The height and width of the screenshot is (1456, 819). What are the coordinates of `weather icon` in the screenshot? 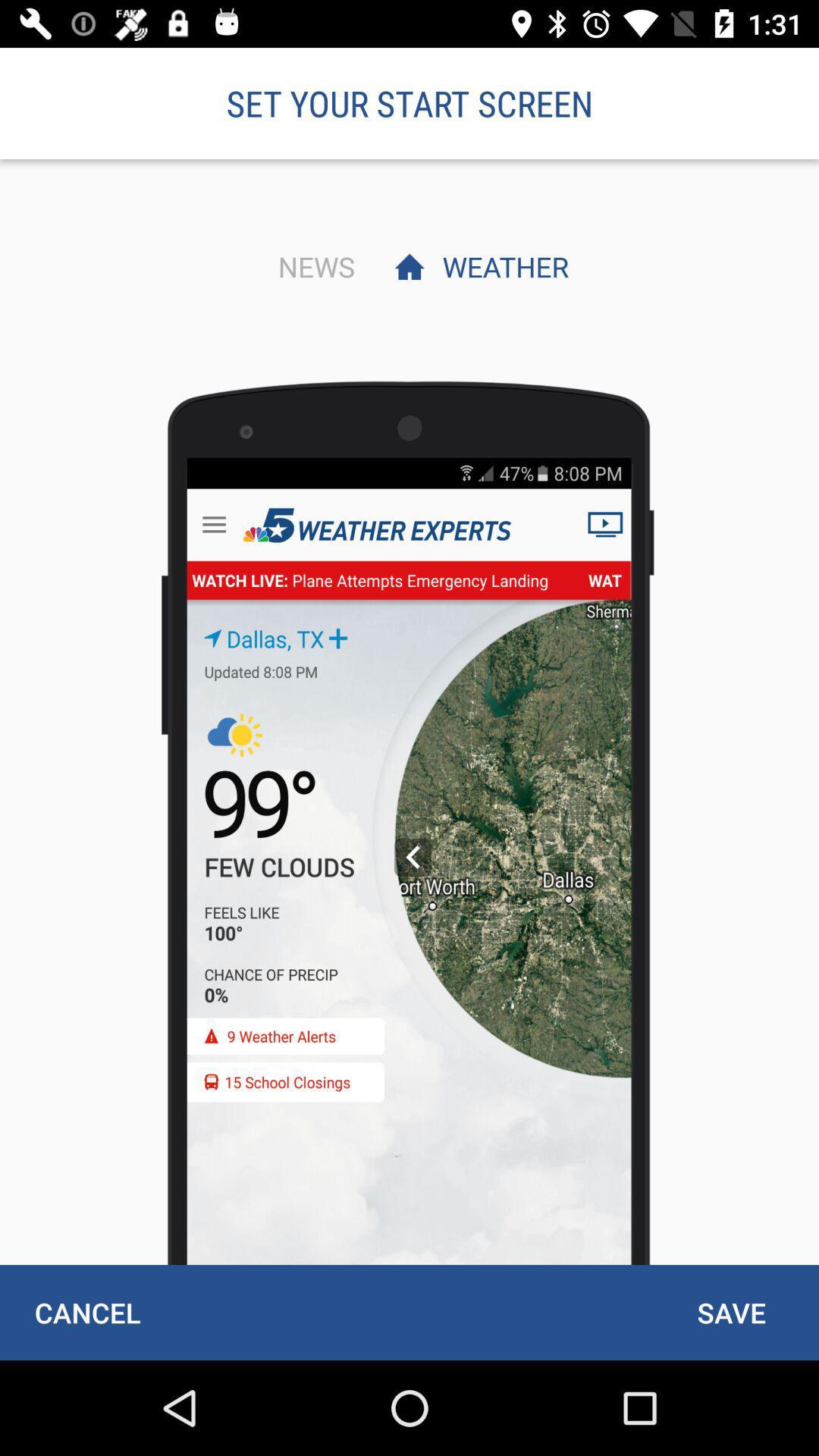 It's located at (501, 266).